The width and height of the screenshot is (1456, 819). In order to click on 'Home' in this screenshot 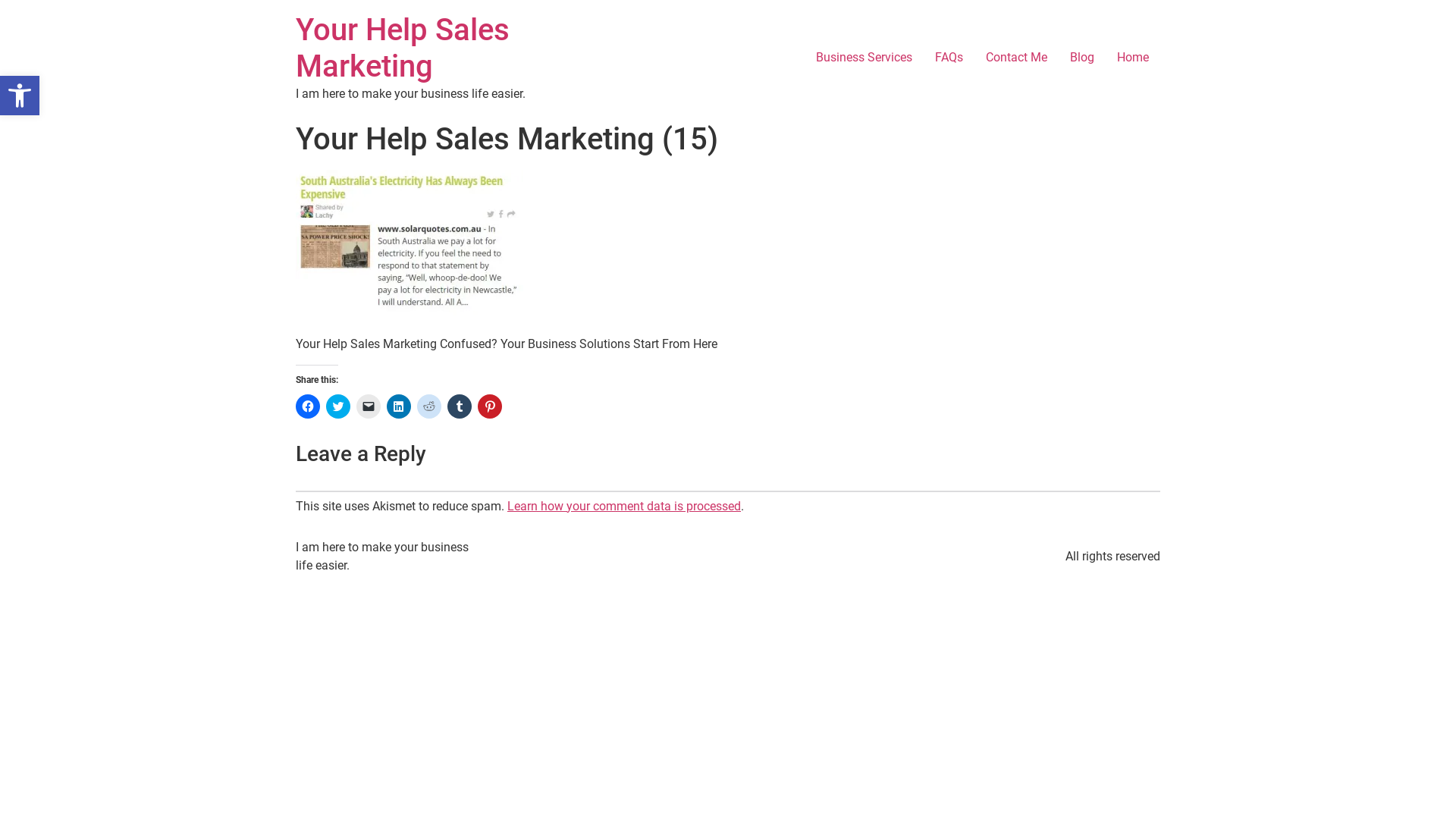, I will do `click(1132, 57)`.